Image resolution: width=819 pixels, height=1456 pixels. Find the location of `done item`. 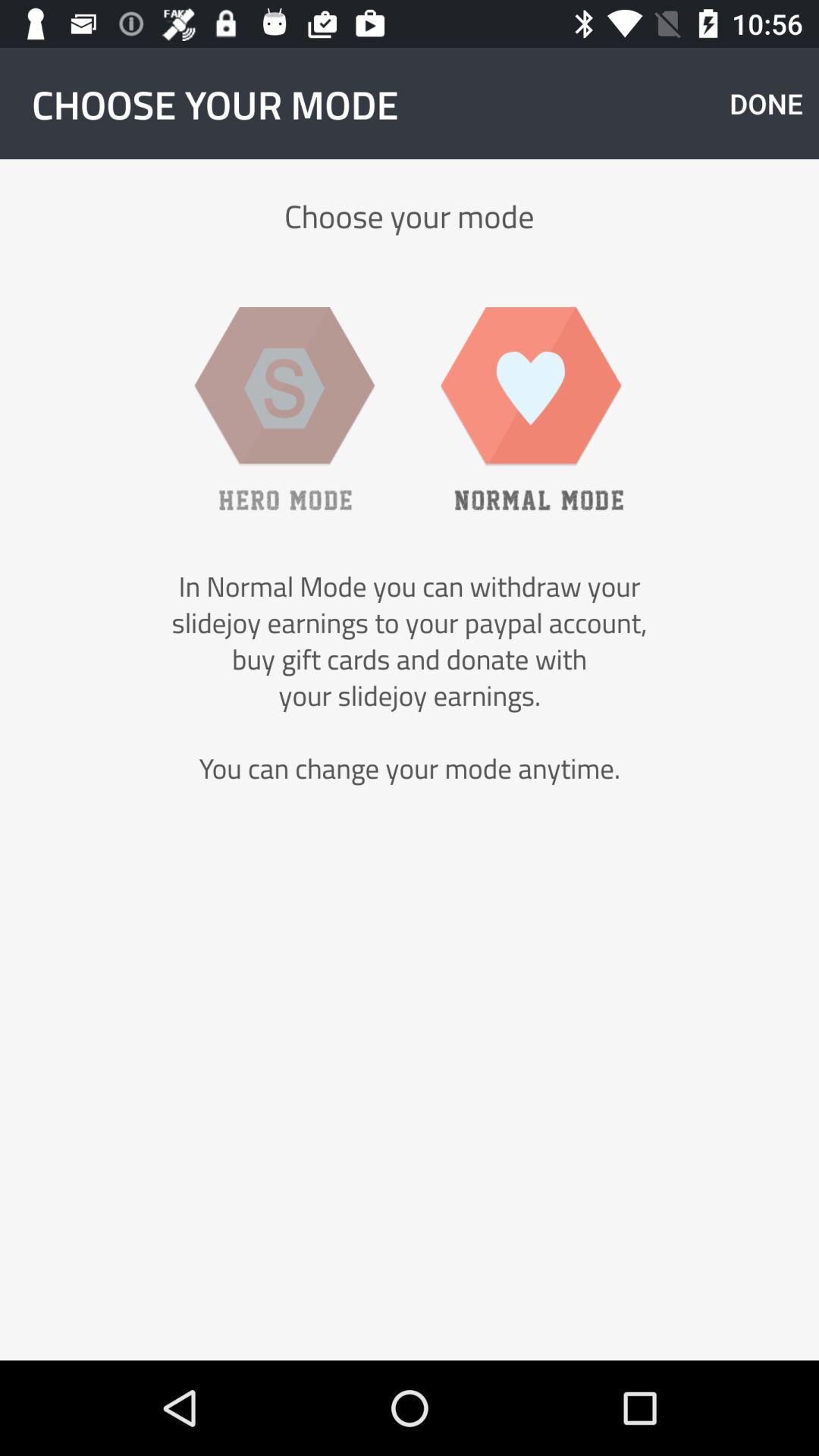

done item is located at coordinates (766, 102).